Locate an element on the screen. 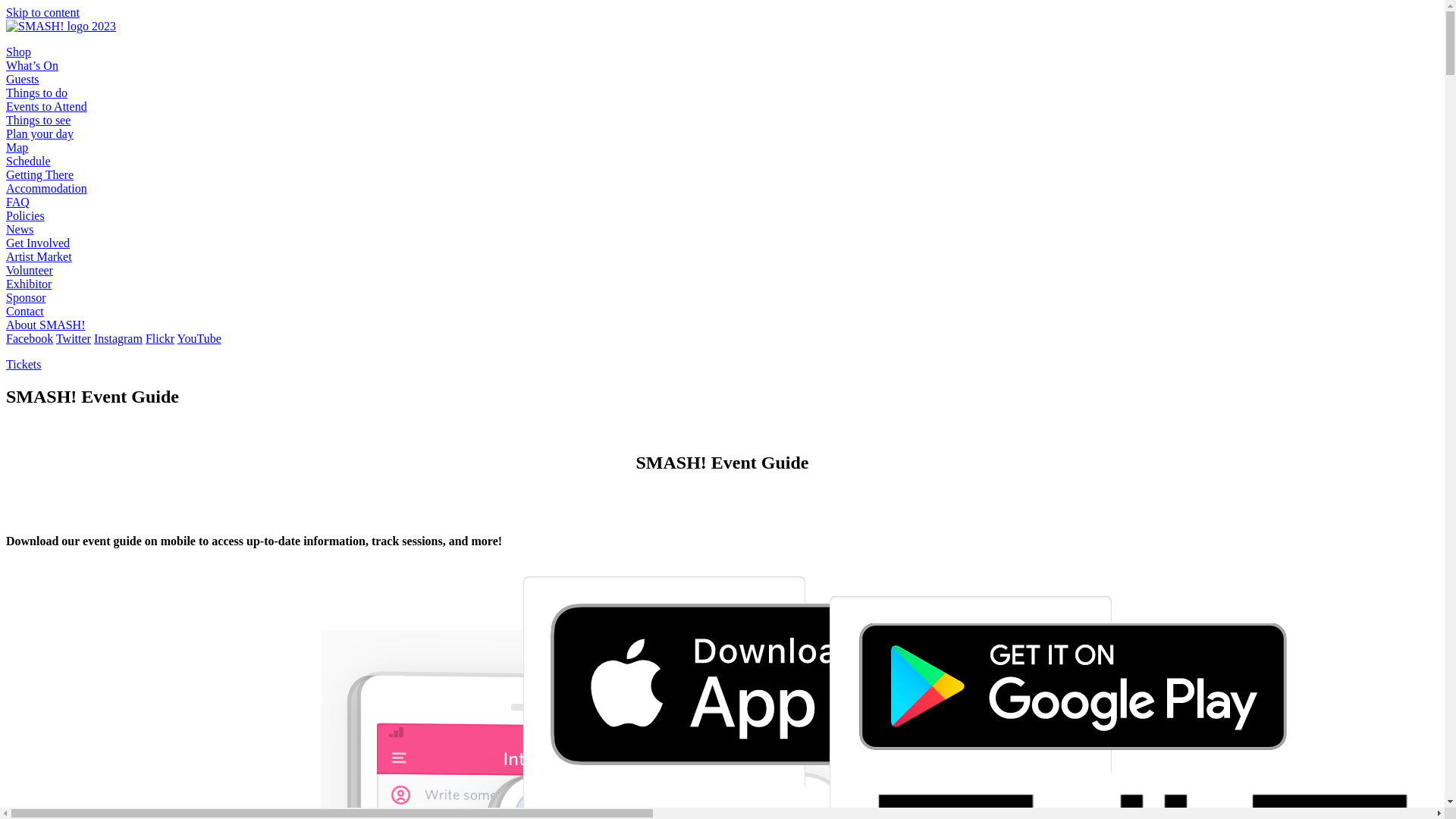 Image resolution: width=1456 pixels, height=819 pixels. 'YouTube' is located at coordinates (177, 337).